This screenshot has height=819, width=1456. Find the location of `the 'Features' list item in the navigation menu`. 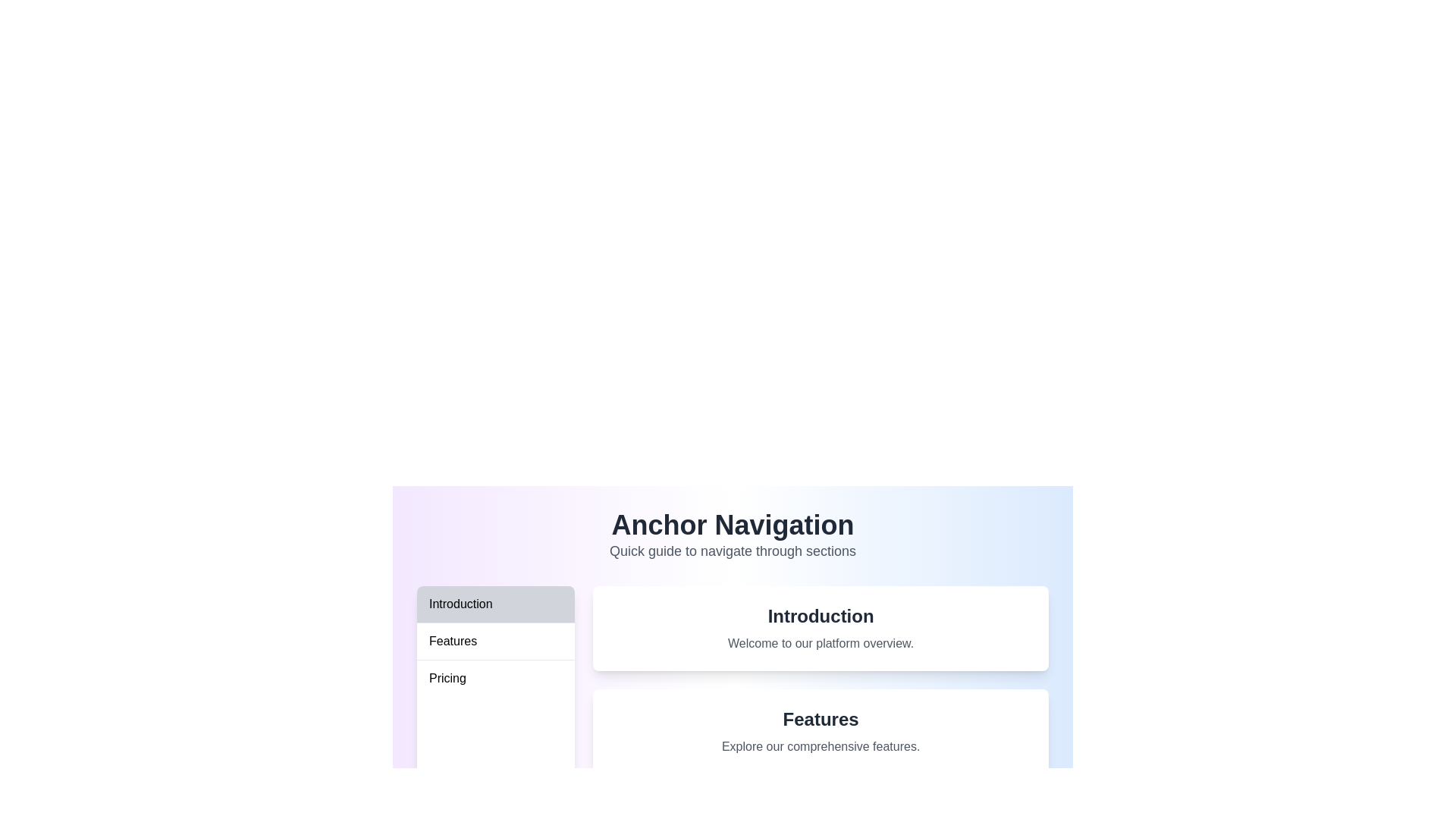

the 'Features' list item in the navigation menu is located at coordinates (496, 641).